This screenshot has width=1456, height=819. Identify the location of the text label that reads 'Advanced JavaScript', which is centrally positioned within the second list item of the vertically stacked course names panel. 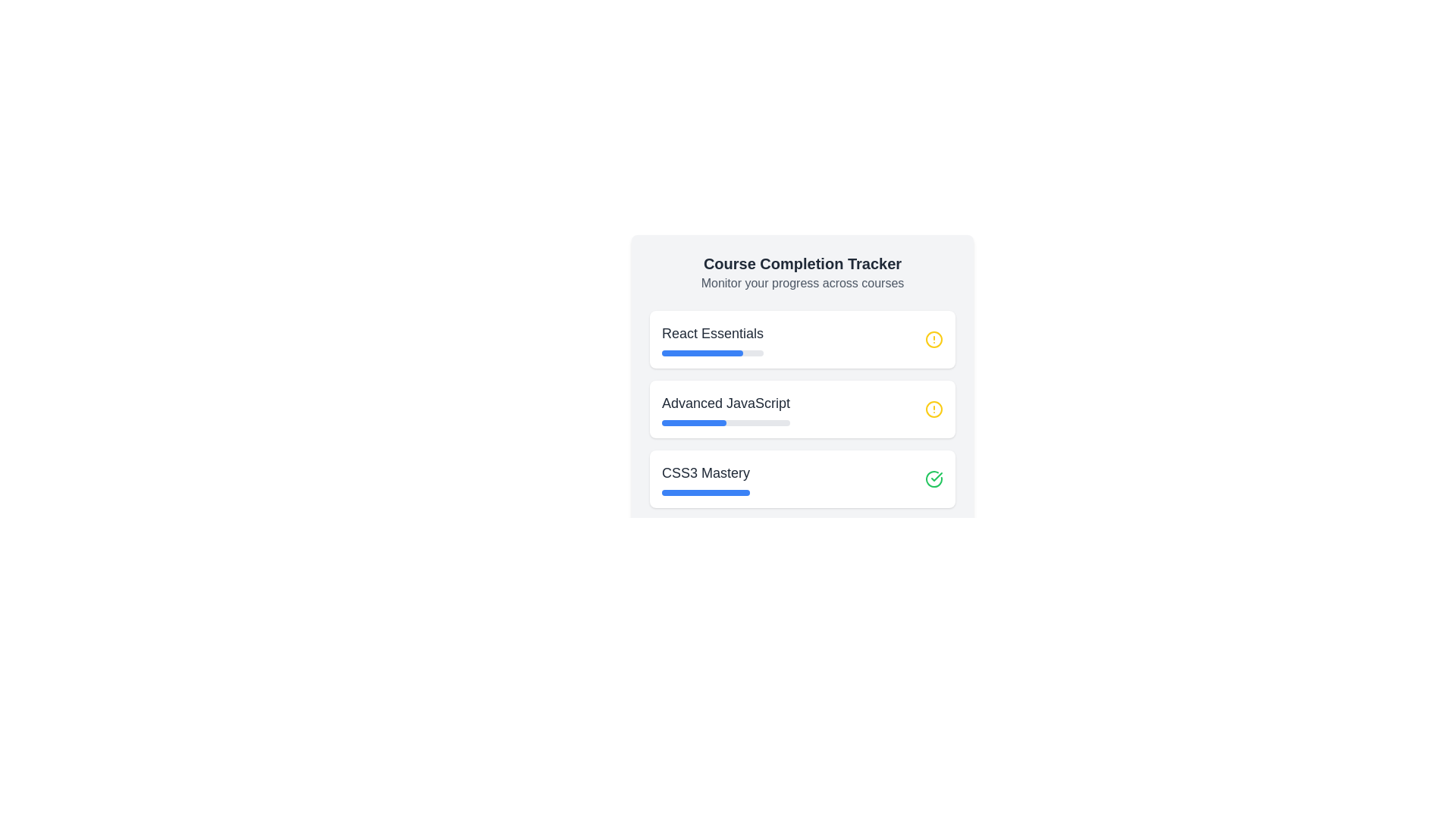
(725, 403).